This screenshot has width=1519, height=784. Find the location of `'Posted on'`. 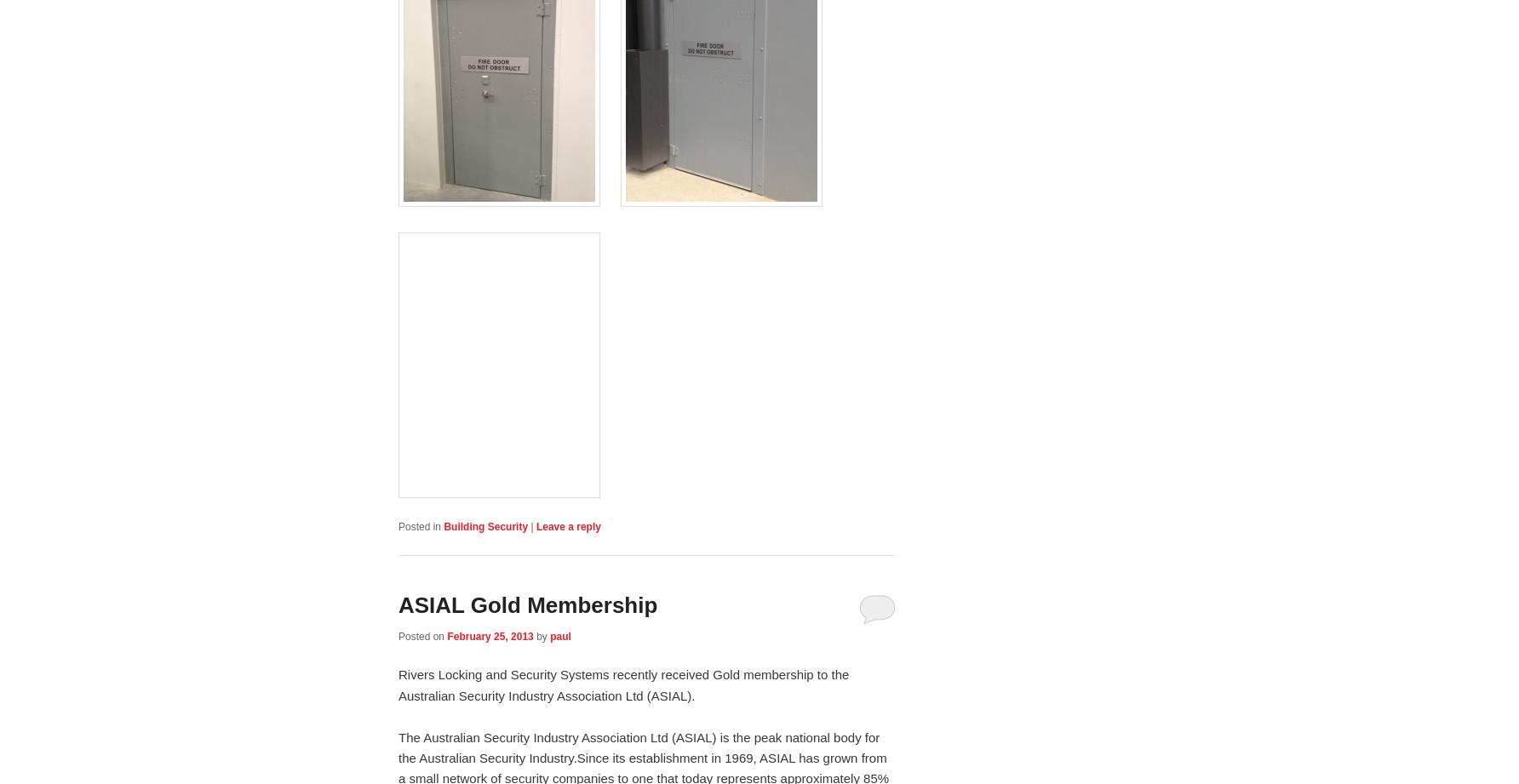

'Posted on' is located at coordinates (398, 637).